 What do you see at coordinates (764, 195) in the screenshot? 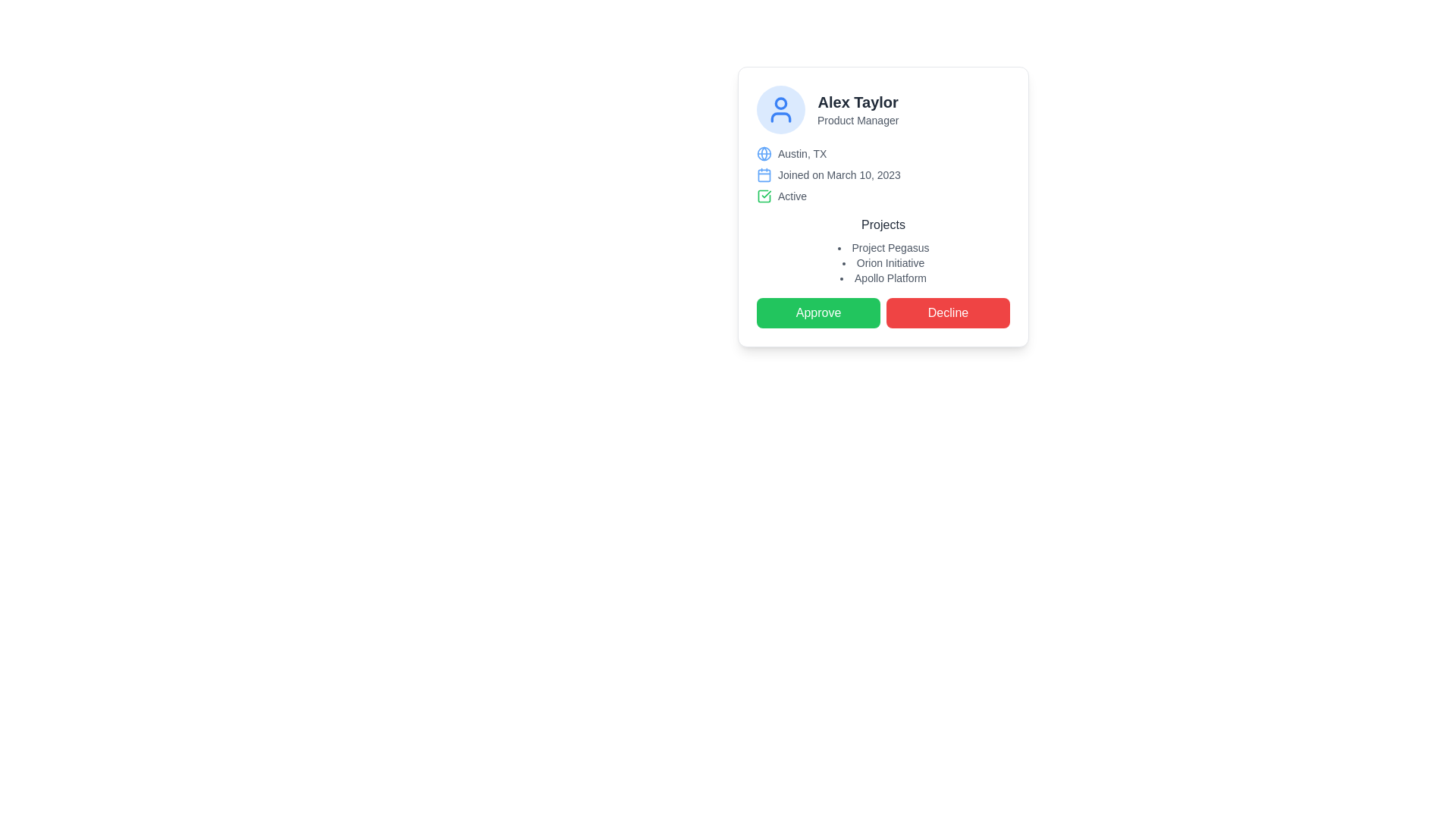
I see `the visual indicator icon that represents the 'Active' status, which is located directly under the 'Joined on March 10, 2023' text and above the 'Projects' section in the profile card design` at bounding box center [764, 195].